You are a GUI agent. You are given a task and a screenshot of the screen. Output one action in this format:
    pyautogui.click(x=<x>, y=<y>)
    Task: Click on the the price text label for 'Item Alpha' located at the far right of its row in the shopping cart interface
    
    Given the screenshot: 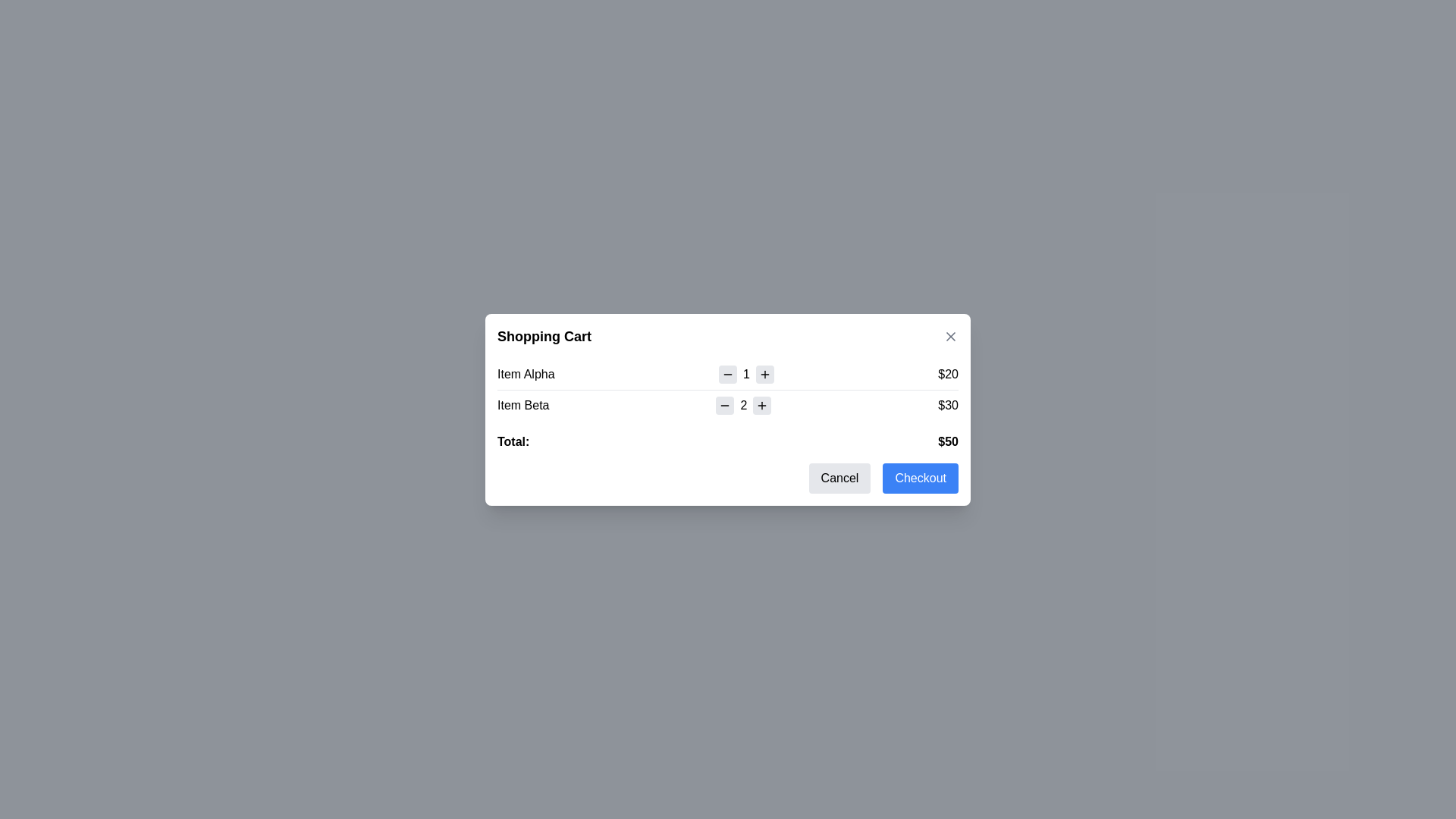 What is the action you would take?
    pyautogui.click(x=947, y=374)
    